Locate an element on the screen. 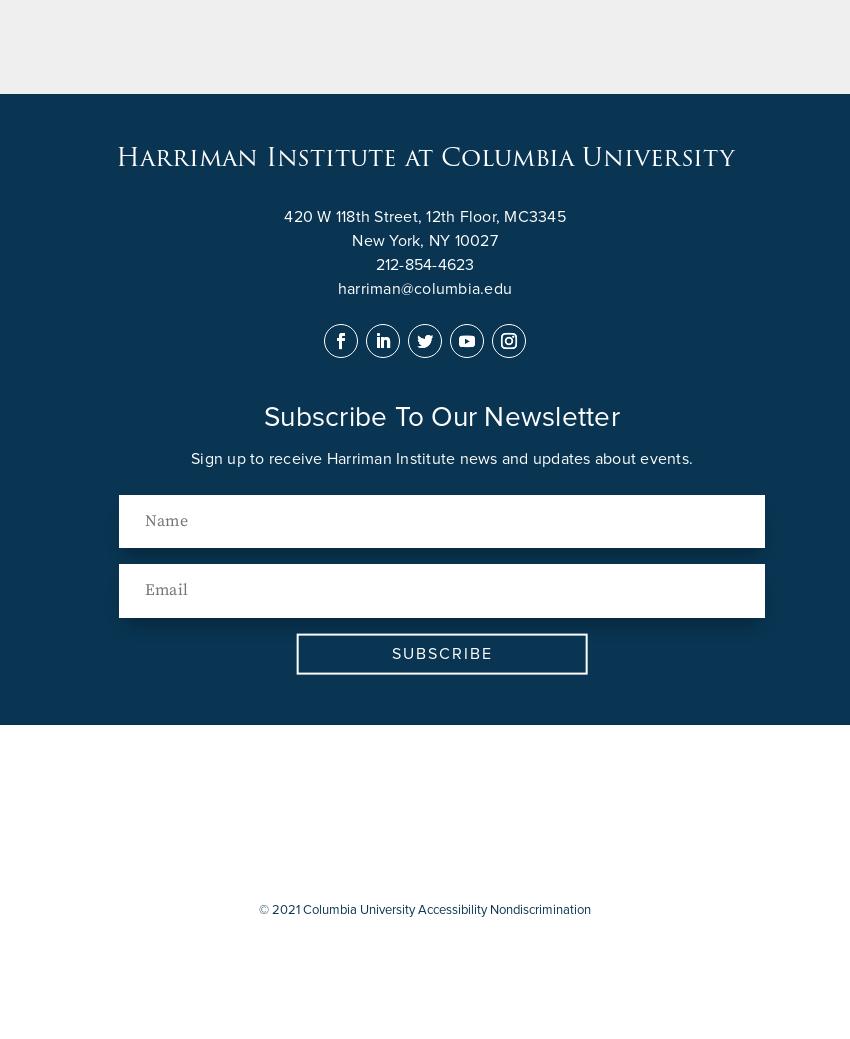 This screenshot has height=1039, width=850. 'Harriman Institute at Columbia University' is located at coordinates (425, 157).